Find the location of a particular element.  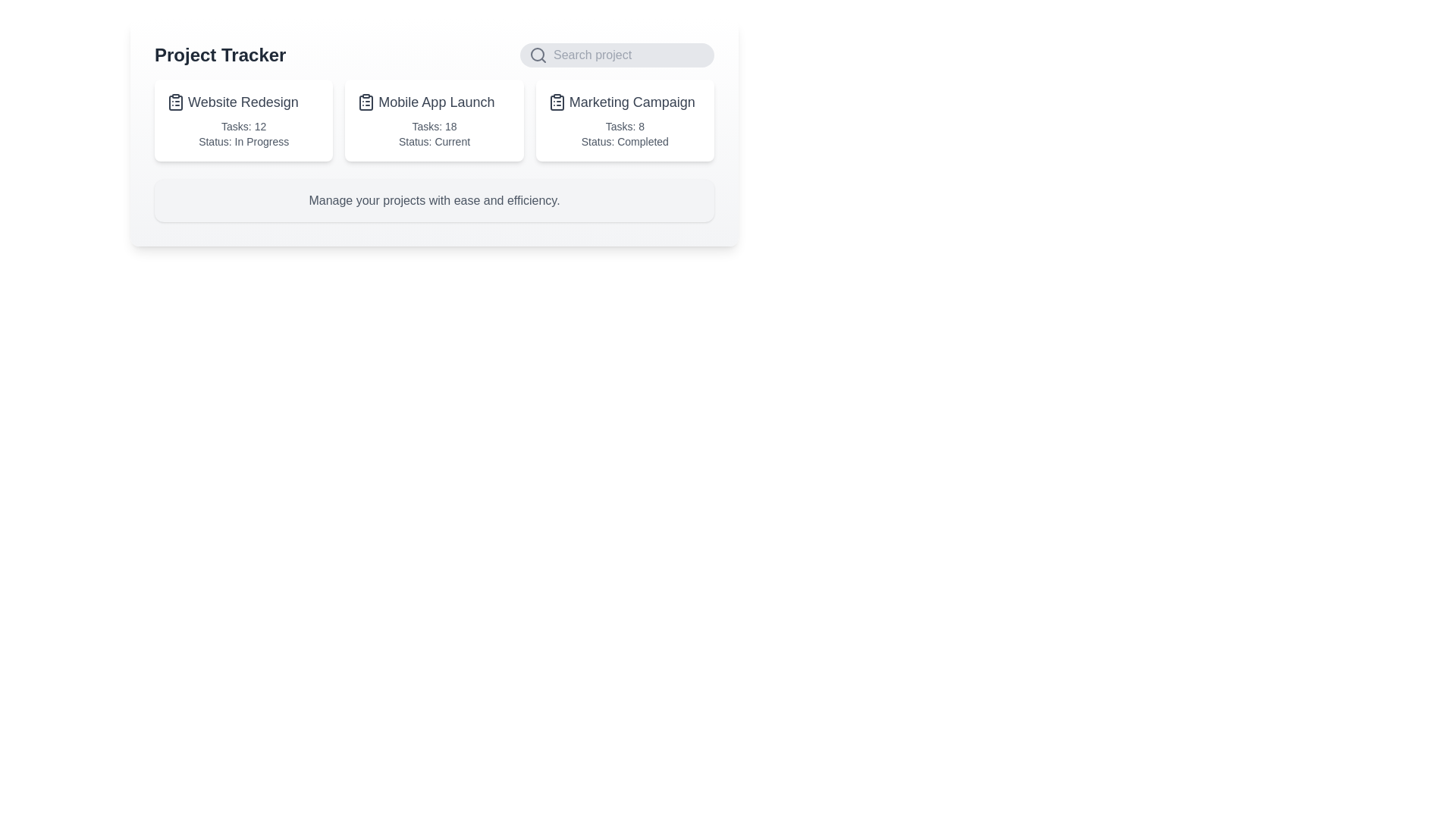

the small gray text label displaying 'Tasks: 12' located beneath the 'Website Redesign' heading within the white card interface is located at coordinates (243, 125).